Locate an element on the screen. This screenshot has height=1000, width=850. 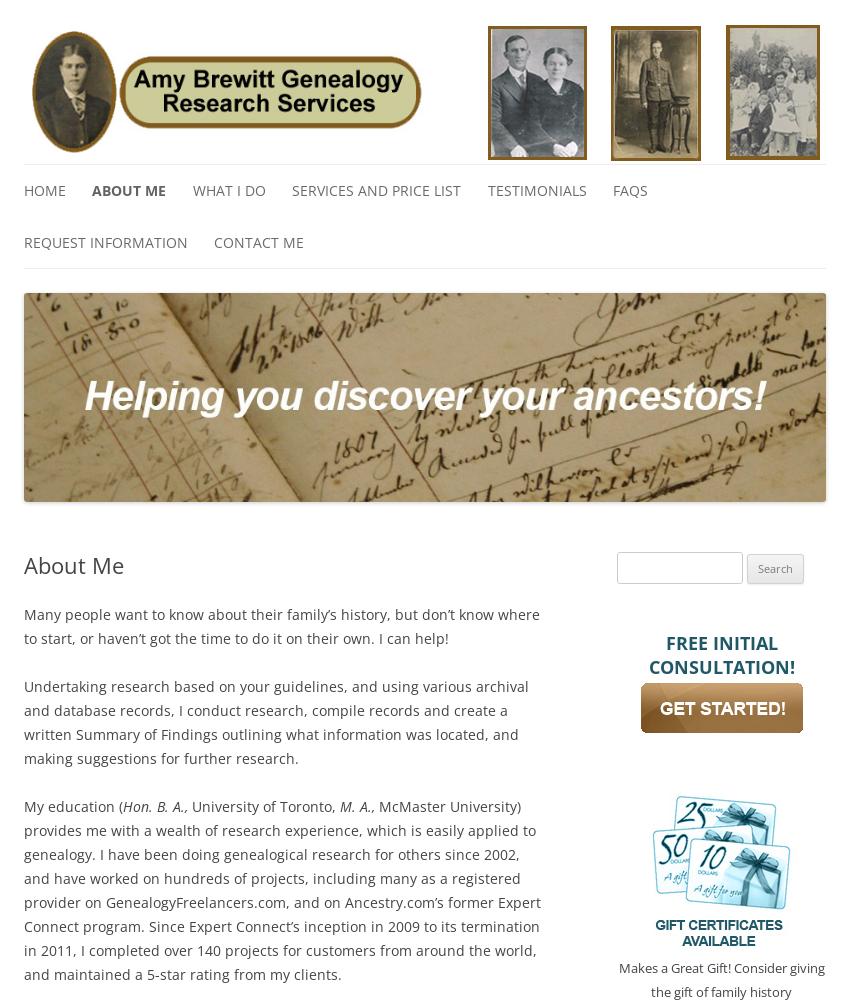
'Undertaking research based on your guidelines, and using various archival and database records, I conduct research, compile records and create a written Summary of Findings outlining what information was located, and making suggestions for further research.' is located at coordinates (275, 720).